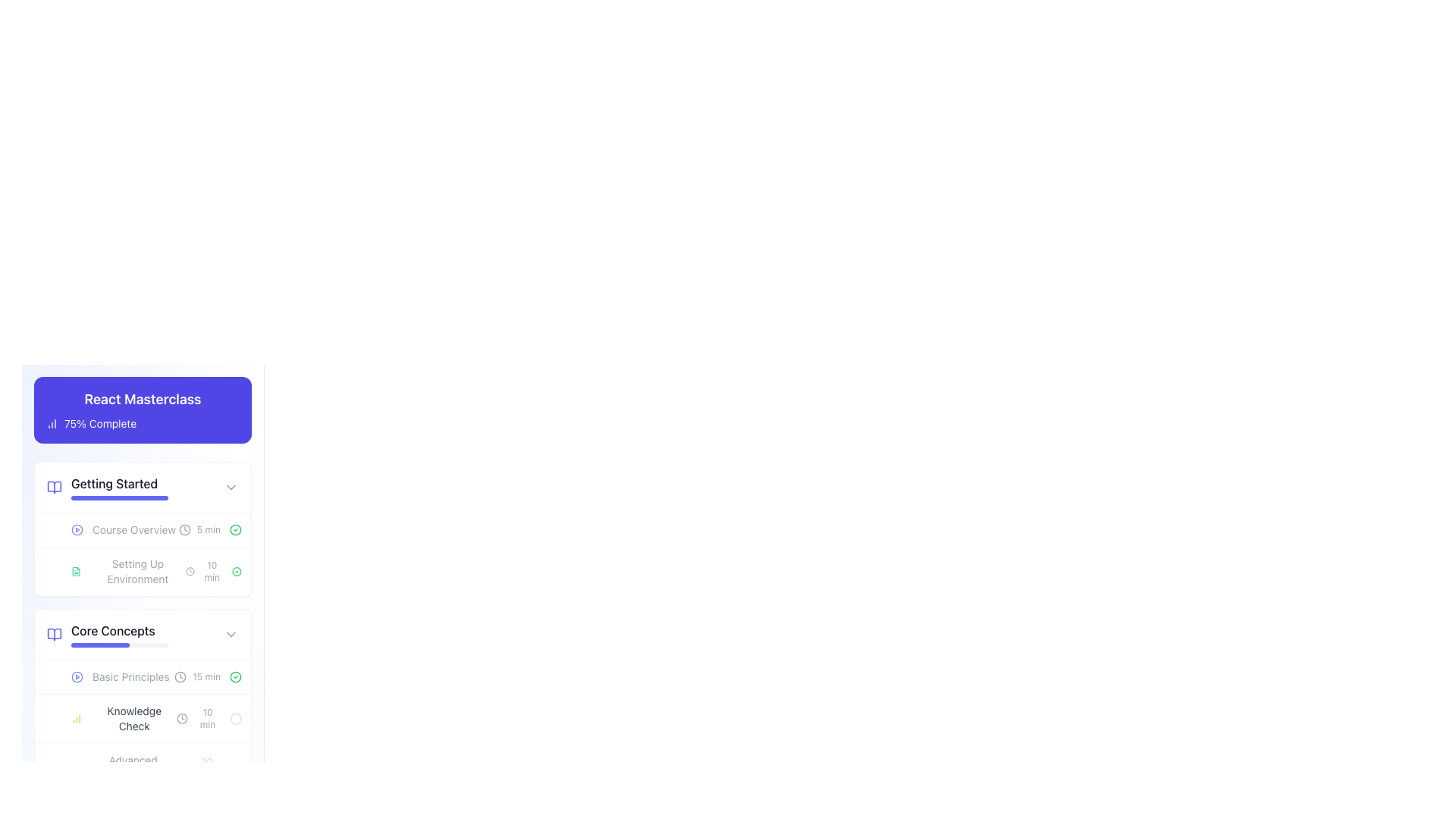 The width and height of the screenshot is (1456, 819). I want to click on the decorative icon located in the 'Getting Started' expandable card within the 'React Masterclass' section, which is part of the sublist item labeled 'Setting up Environment', so click(75, 571).